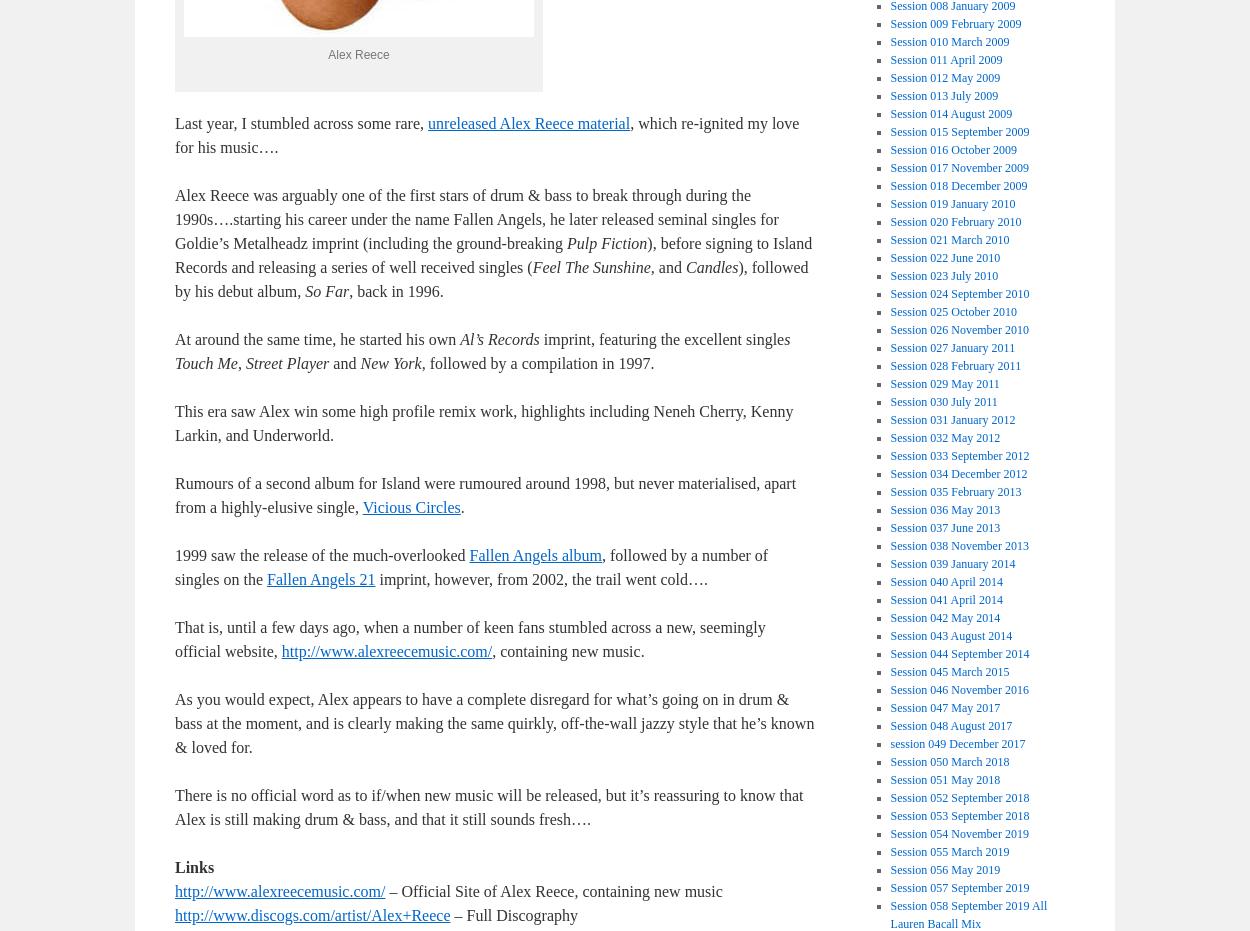 Image resolution: width=1250 pixels, height=931 pixels. Describe the element at coordinates (890, 113) in the screenshot. I see `'Session 014 August 2009'` at that location.